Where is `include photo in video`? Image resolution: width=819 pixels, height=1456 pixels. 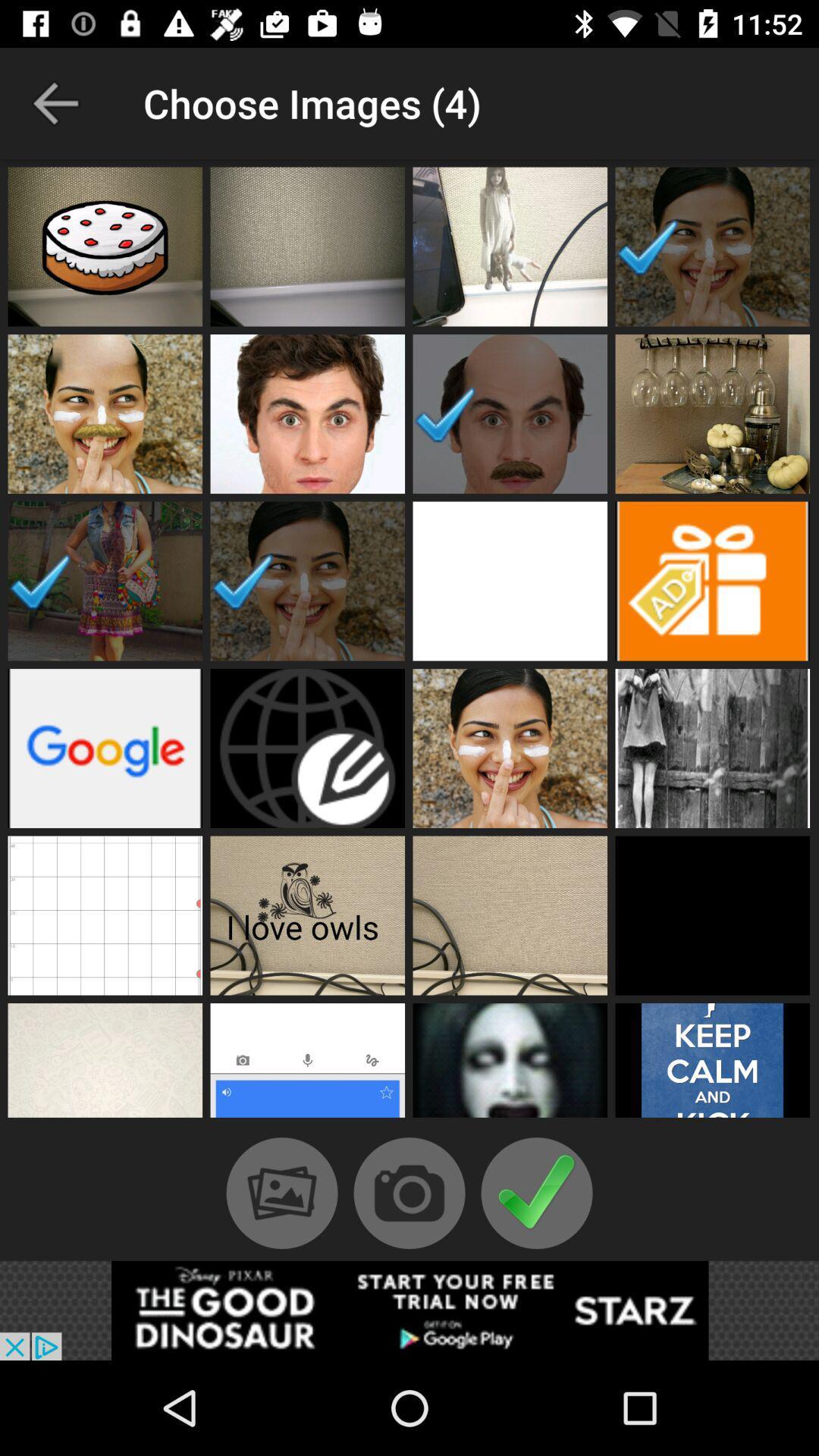
include photo in video is located at coordinates (712, 414).